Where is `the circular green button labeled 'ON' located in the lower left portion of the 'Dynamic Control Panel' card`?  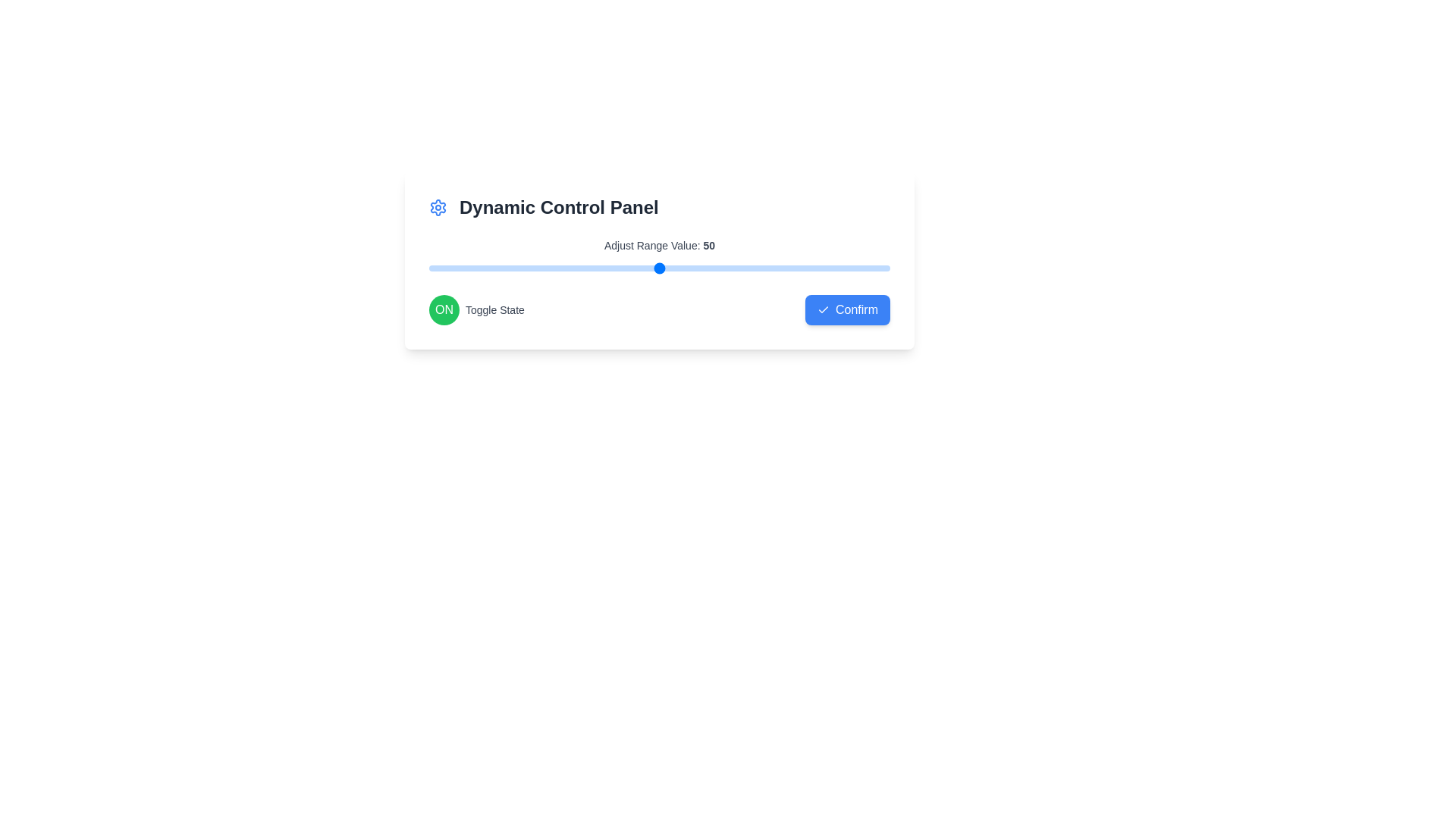 the circular green button labeled 'ON' located in the lower left portion of the 'Dynamic Control Panel' card is located at coordinates (443, 309).